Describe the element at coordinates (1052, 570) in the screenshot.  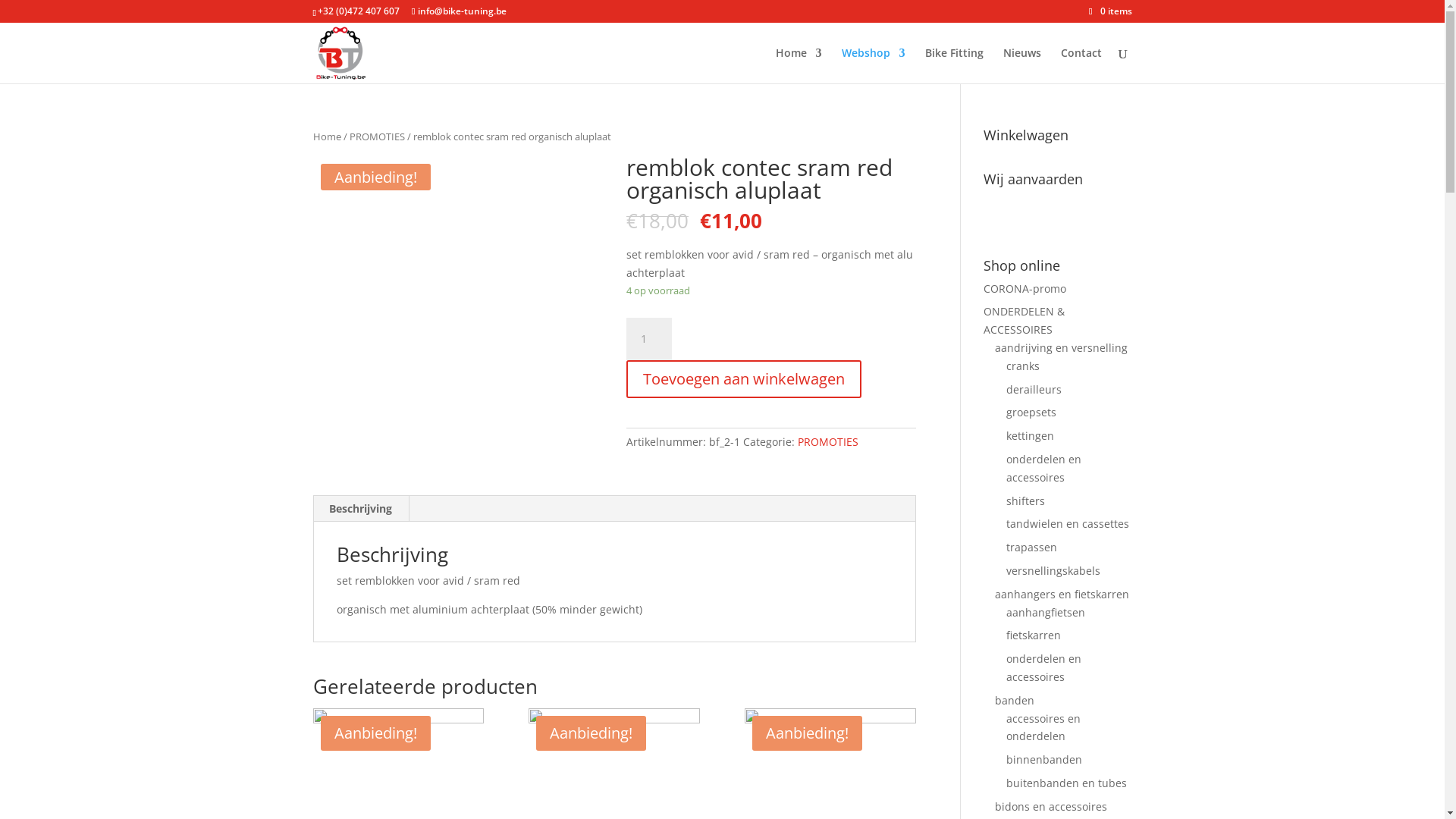
I see `'versnellingskabels'` at that location.